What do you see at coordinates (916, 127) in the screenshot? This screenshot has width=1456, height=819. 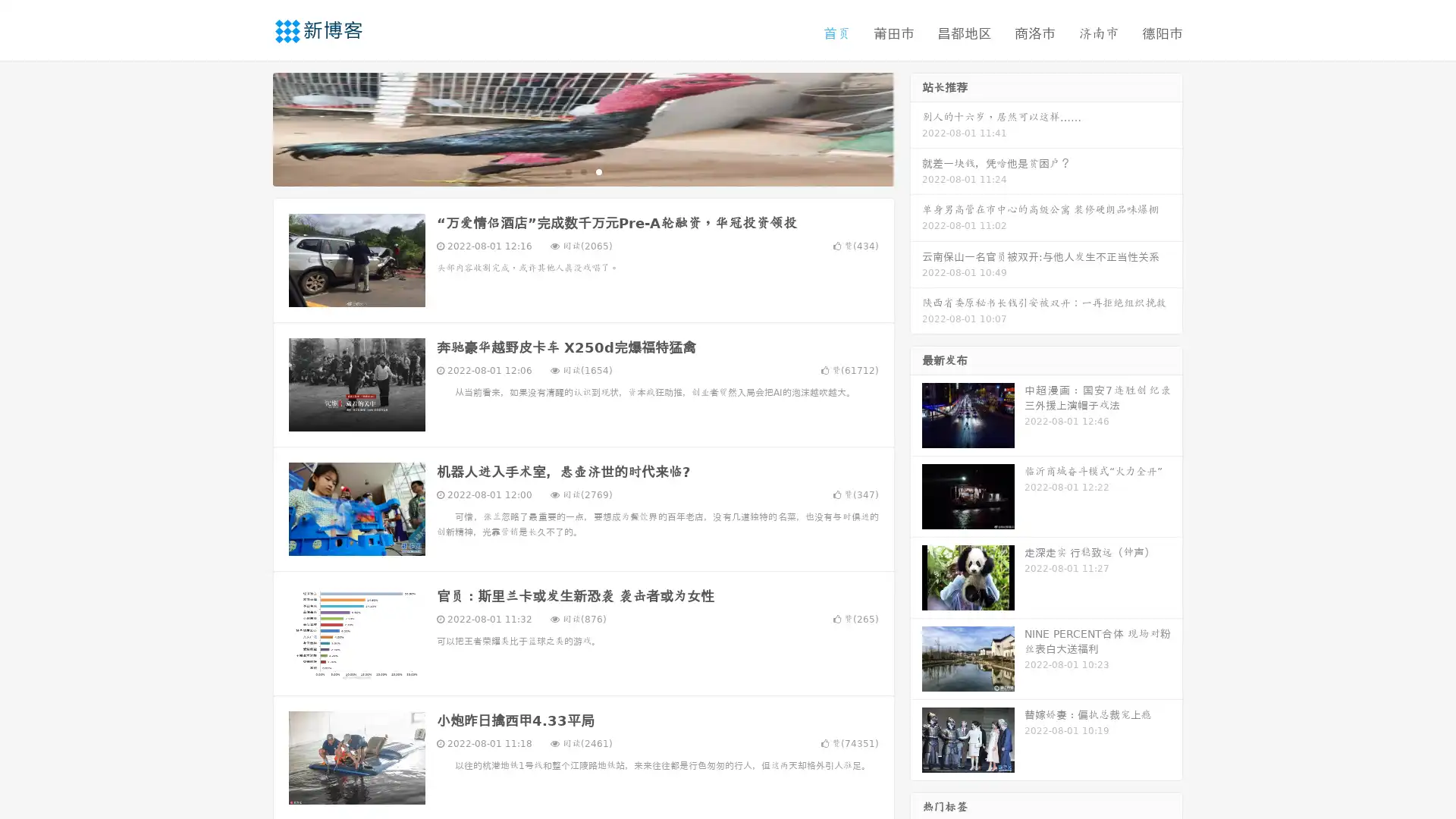 I see `Next slide` at bounding box center [916, 127].